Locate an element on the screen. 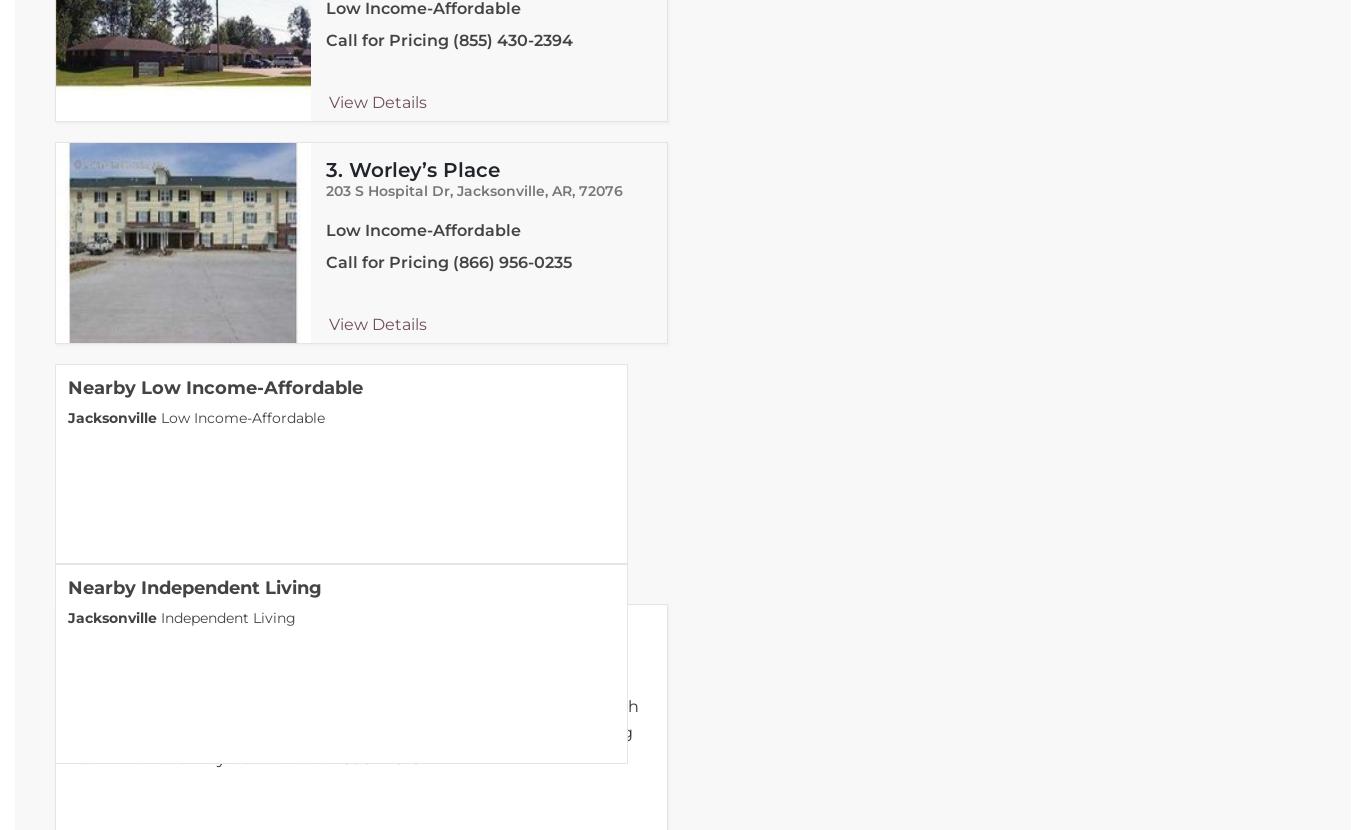 The image size is (1366, 830). 'Read More >' is located at coordinates (382, 758).